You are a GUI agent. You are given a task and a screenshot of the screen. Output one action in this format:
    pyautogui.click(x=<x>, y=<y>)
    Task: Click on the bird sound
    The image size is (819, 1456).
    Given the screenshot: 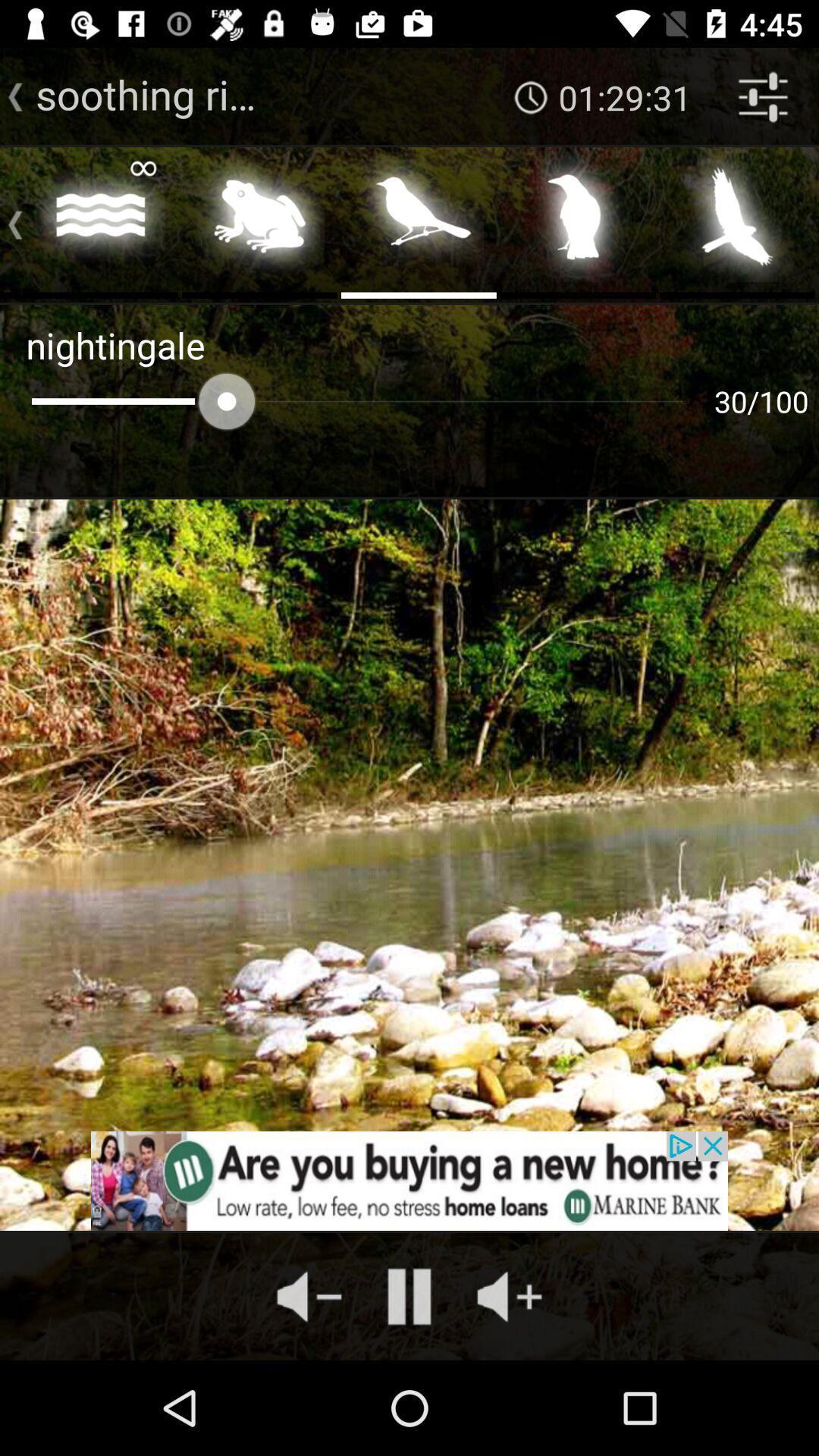 What is the action you would take?
    pyautogui.click(x=578, y=221)
    